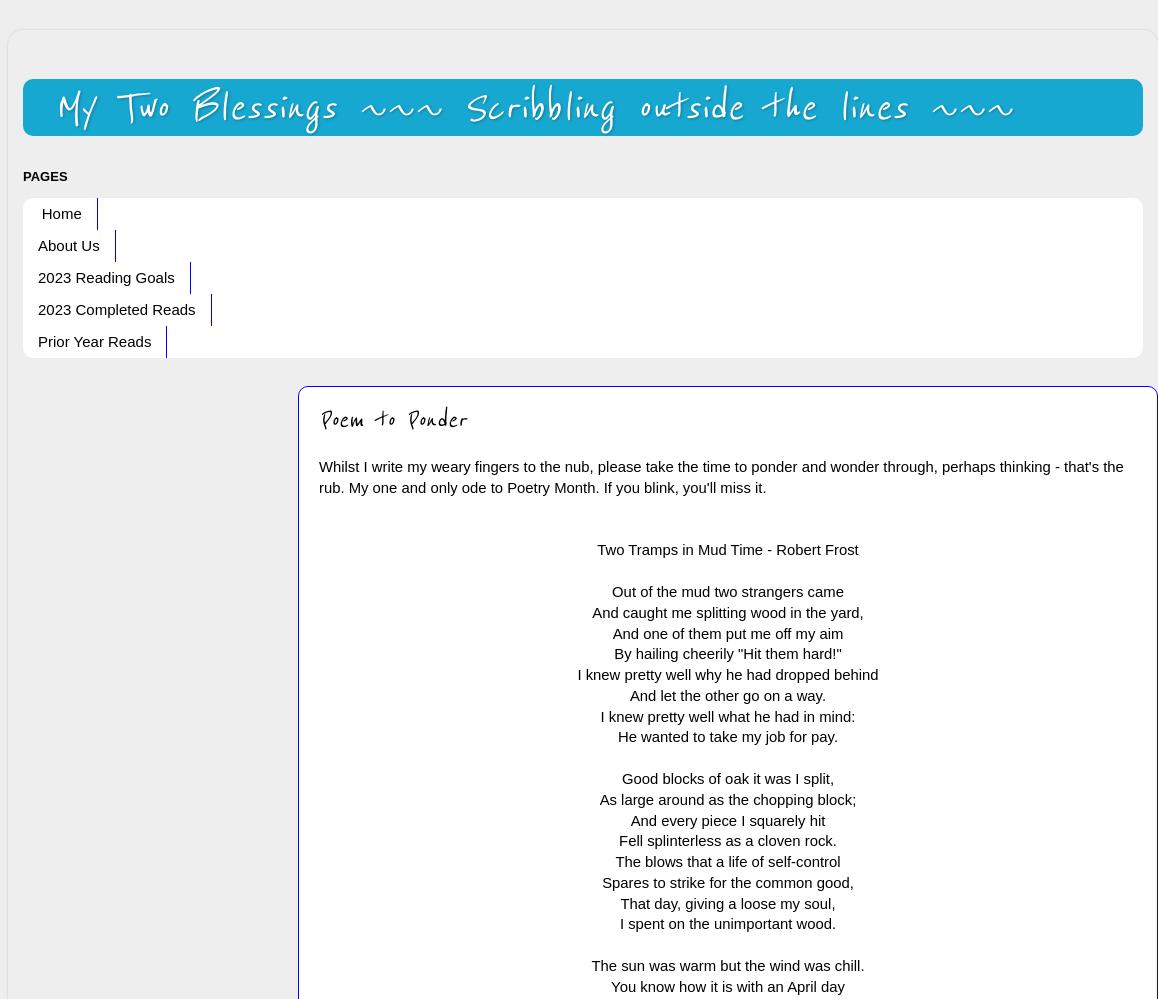  I want to click on 'The blows that a life of self-control', so click(614, 861).